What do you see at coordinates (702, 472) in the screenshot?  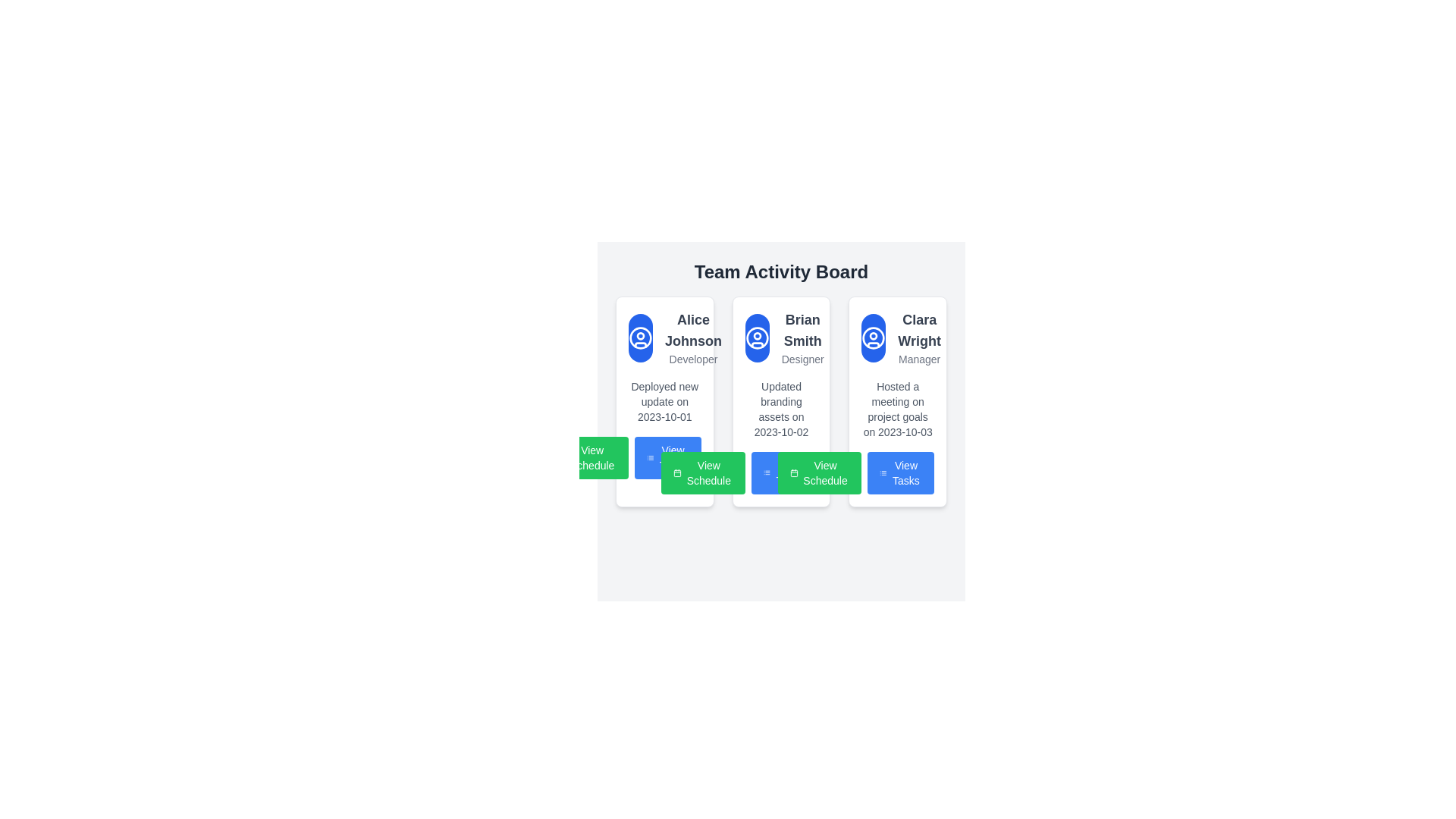 I see `the 'View Schedule' button` at bounding box center [702, 472].